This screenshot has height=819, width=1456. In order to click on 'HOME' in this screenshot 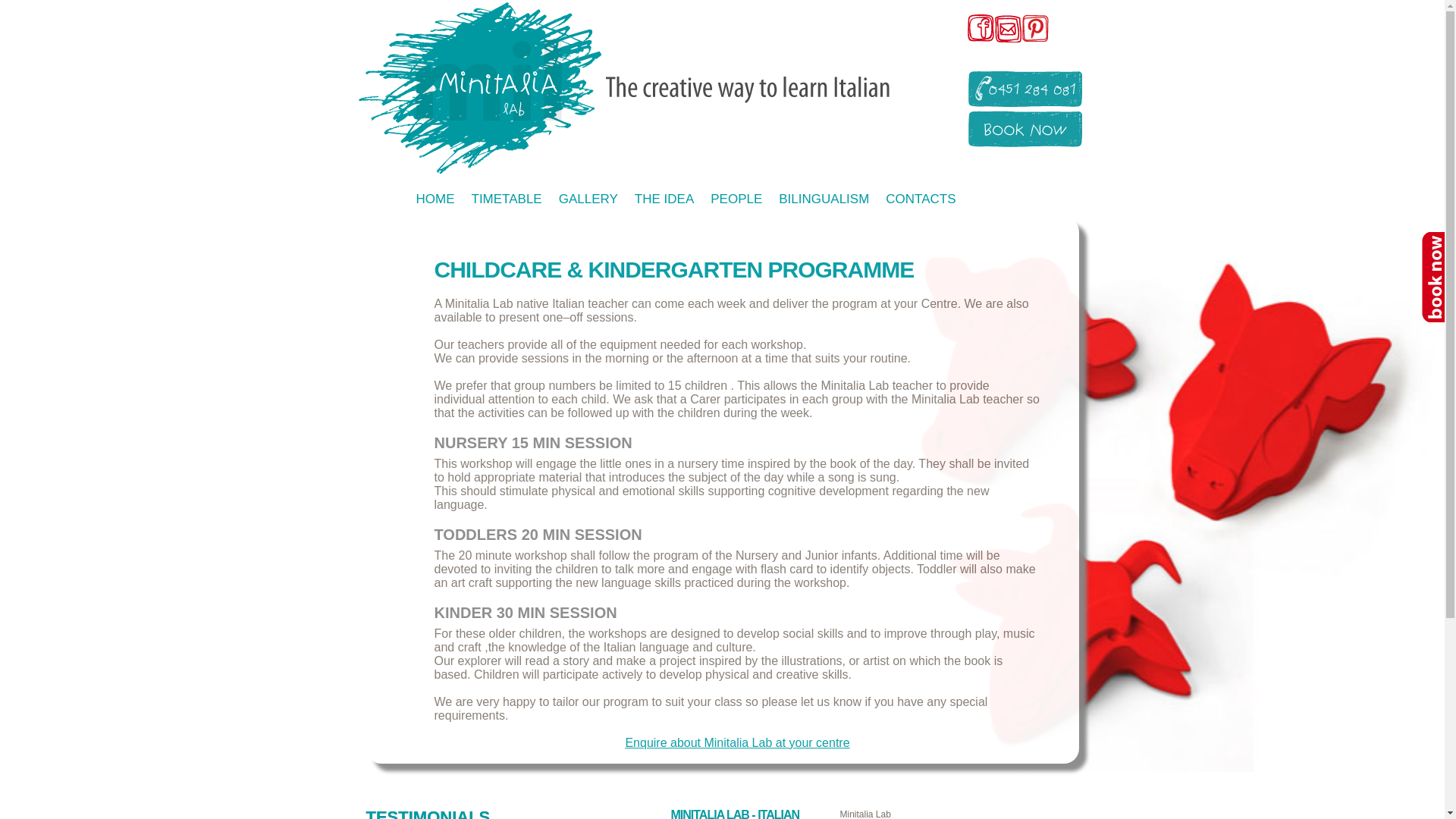, I will do `click(434, 198)`.